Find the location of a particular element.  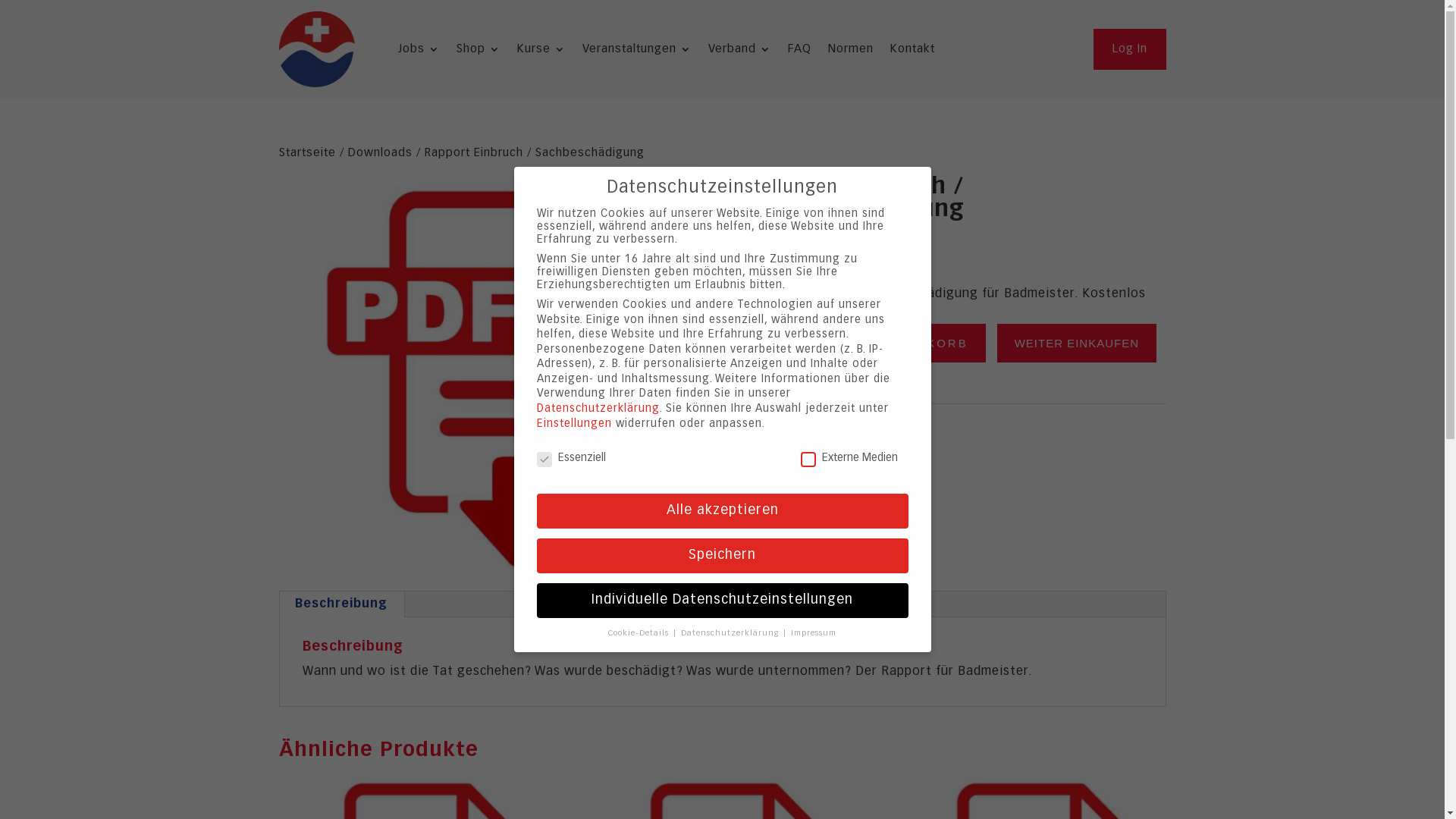

'Shop' is located at coordinates (477, 52).